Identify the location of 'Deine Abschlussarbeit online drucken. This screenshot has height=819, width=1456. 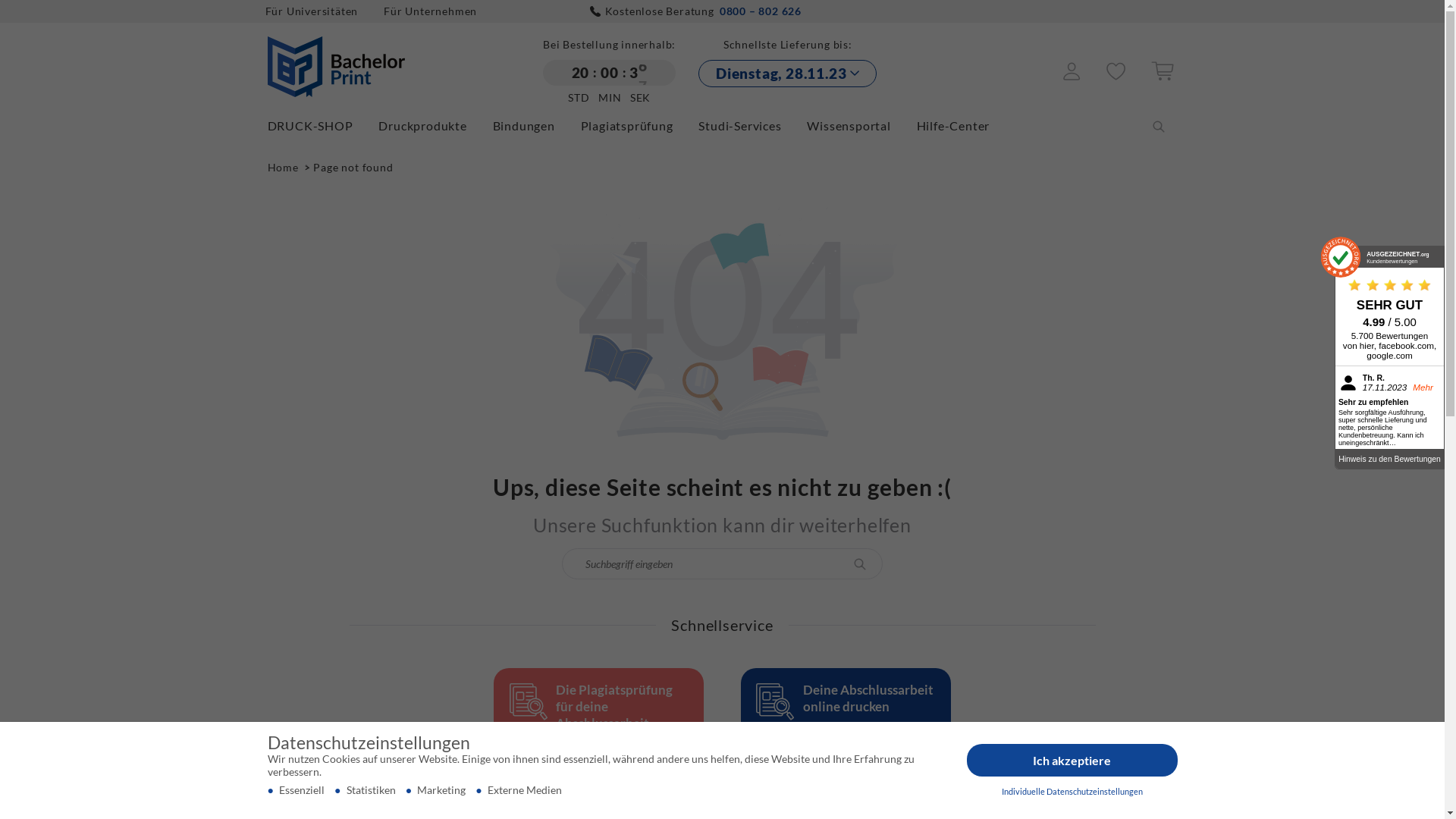
(844, 730).